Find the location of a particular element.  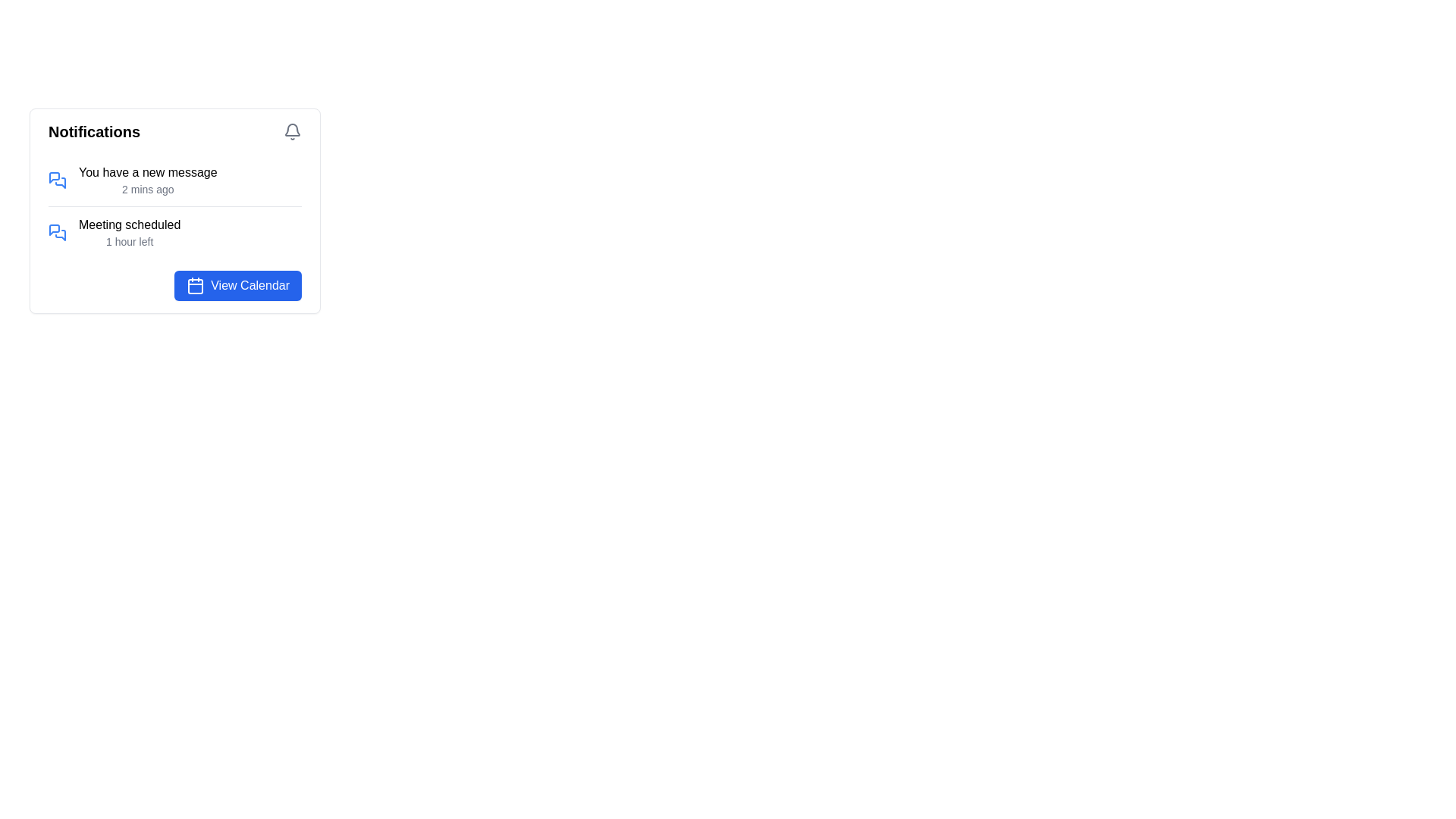

the rectangular button with a blue background and white text saying 'View Calendar' located in the bottom-right corner of the white notification panel is located at coordinates (237, 286).